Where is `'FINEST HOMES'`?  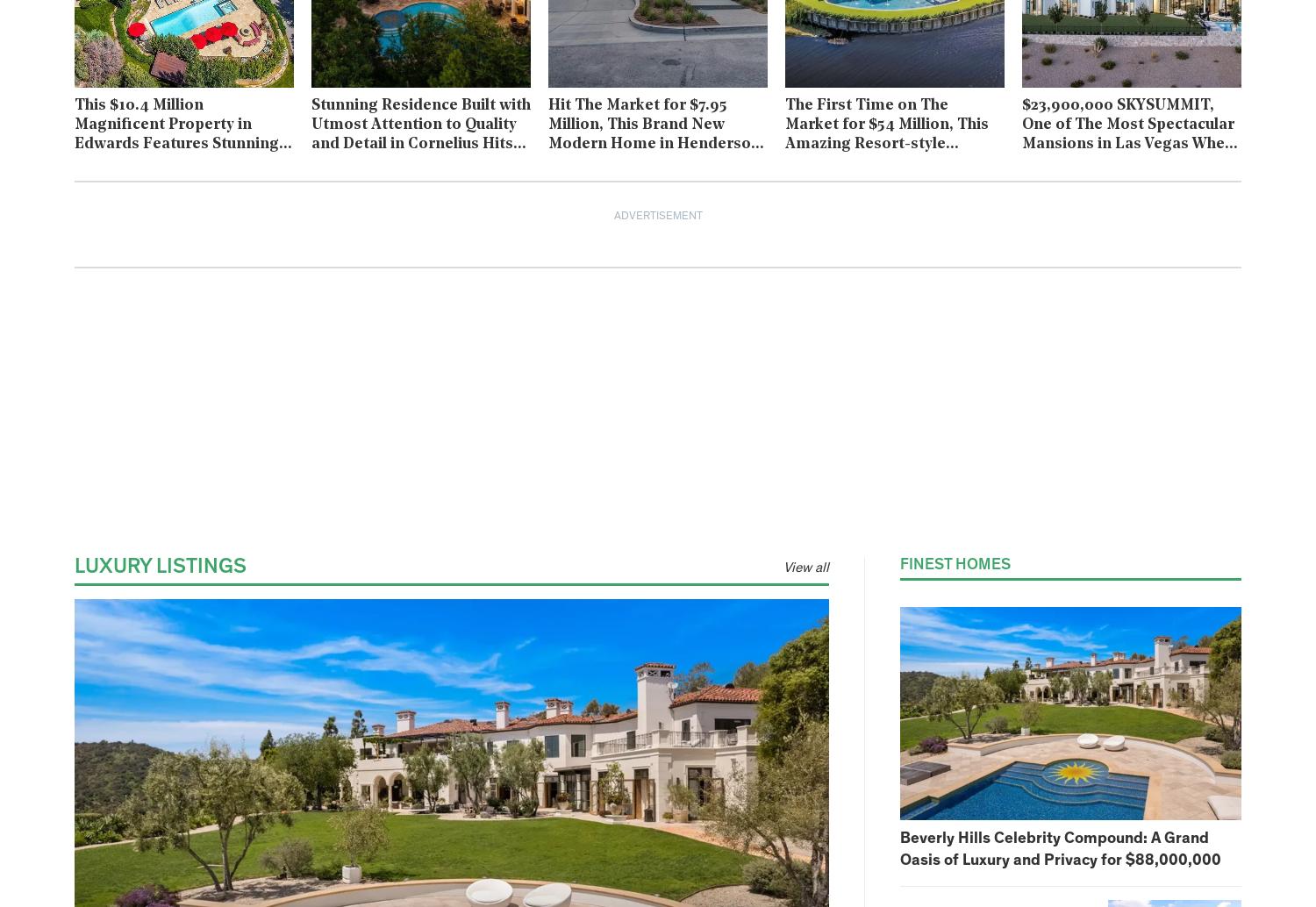 'FINEST HOMES' is located at coordinates (955, 564).